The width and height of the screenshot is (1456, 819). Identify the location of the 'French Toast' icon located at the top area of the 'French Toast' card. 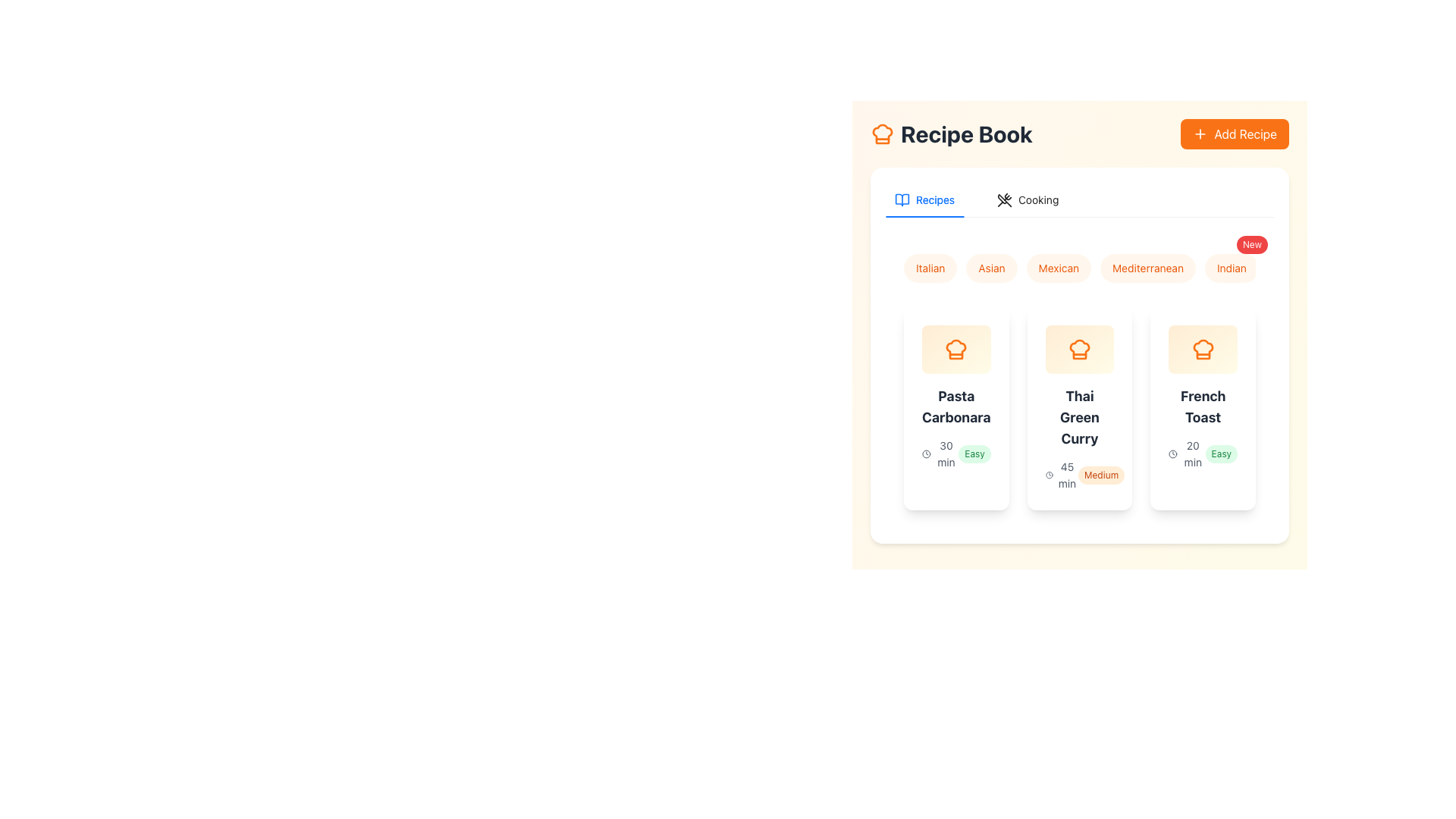
(1202, 350).